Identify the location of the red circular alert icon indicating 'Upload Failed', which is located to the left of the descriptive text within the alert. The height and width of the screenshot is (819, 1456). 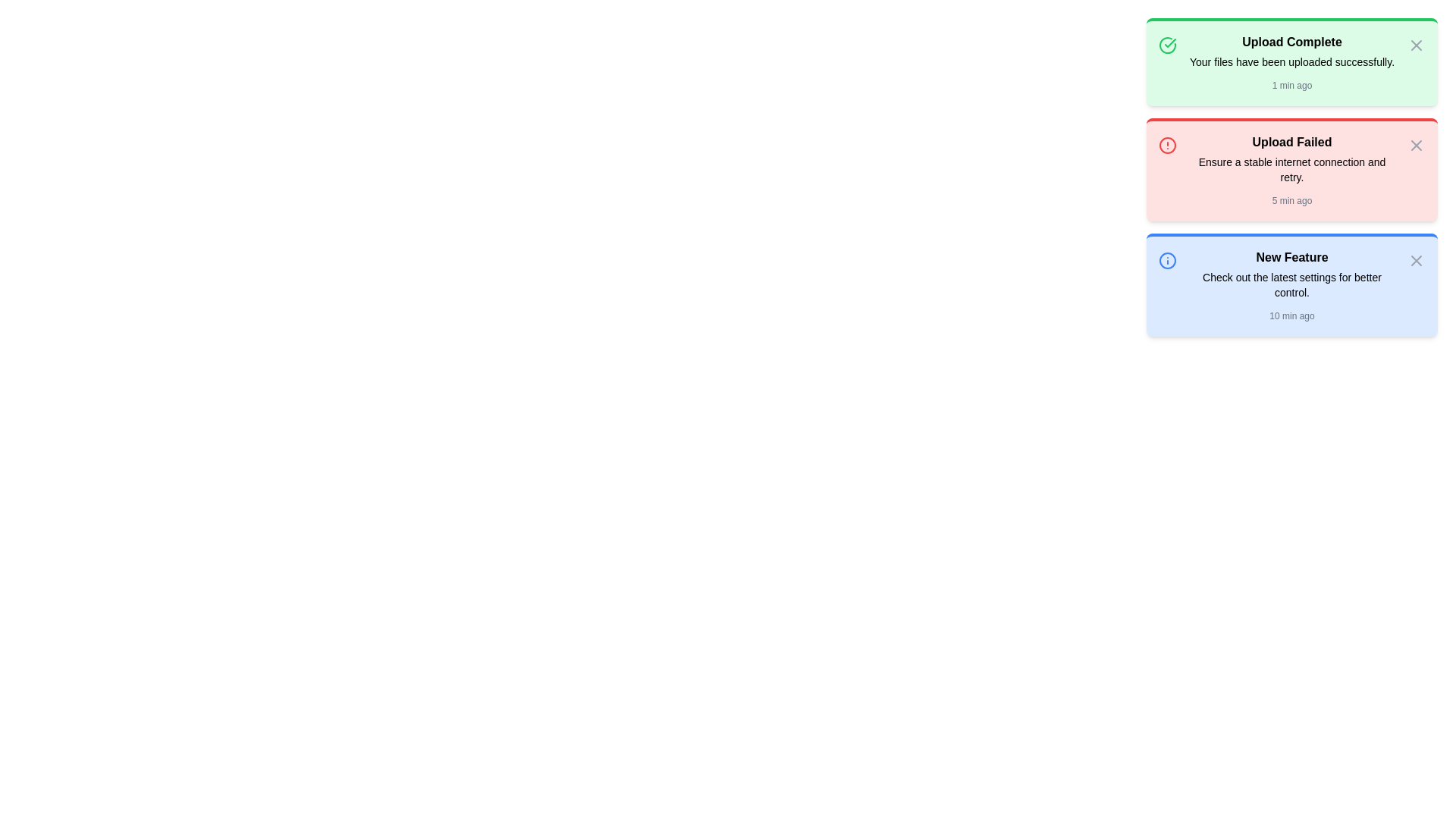
(1167, 146).